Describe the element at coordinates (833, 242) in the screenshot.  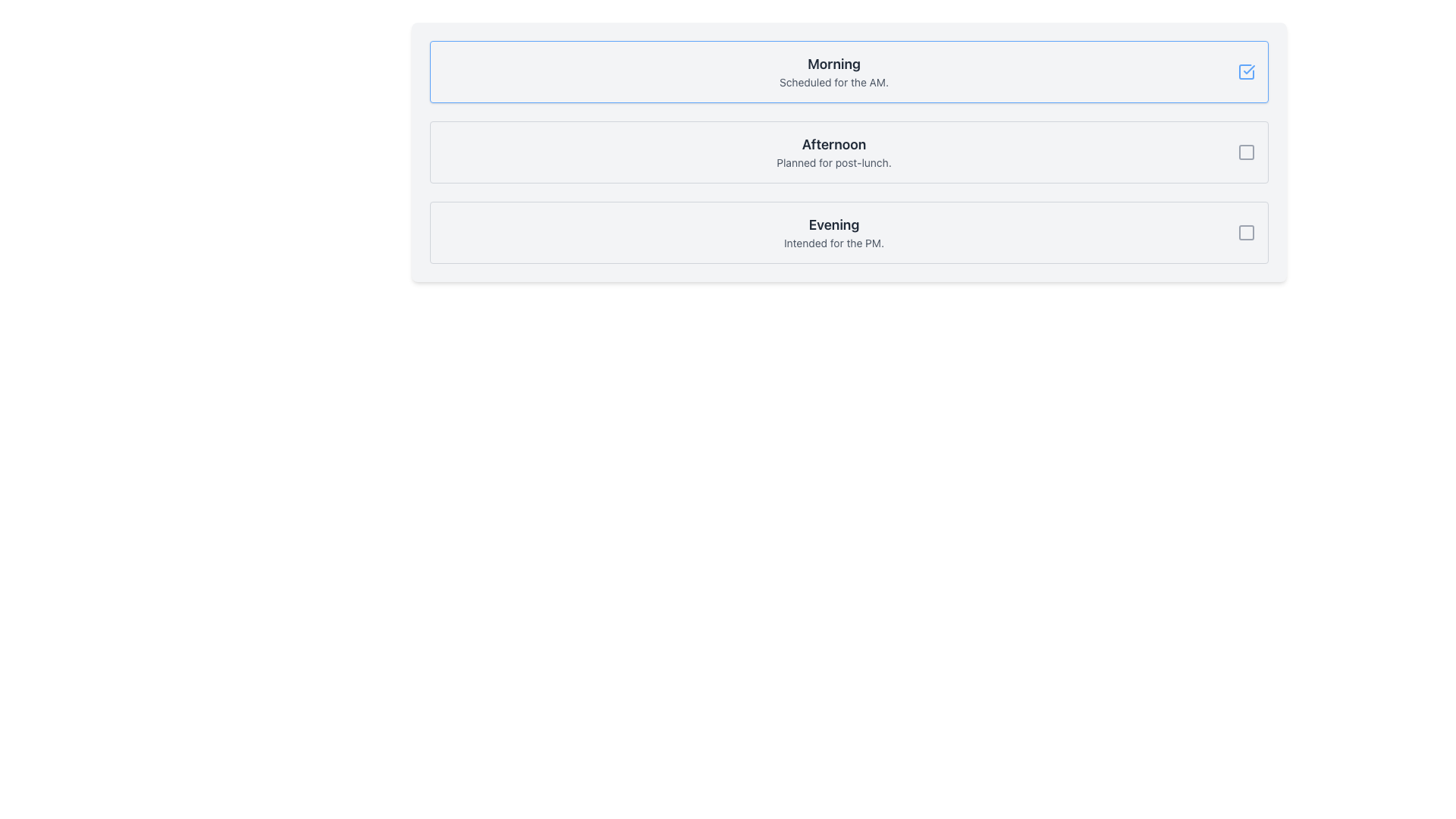
I see `the text label that serves as a description for the 'Evening' item in the list, located below the 'Evening' heading` at that location.